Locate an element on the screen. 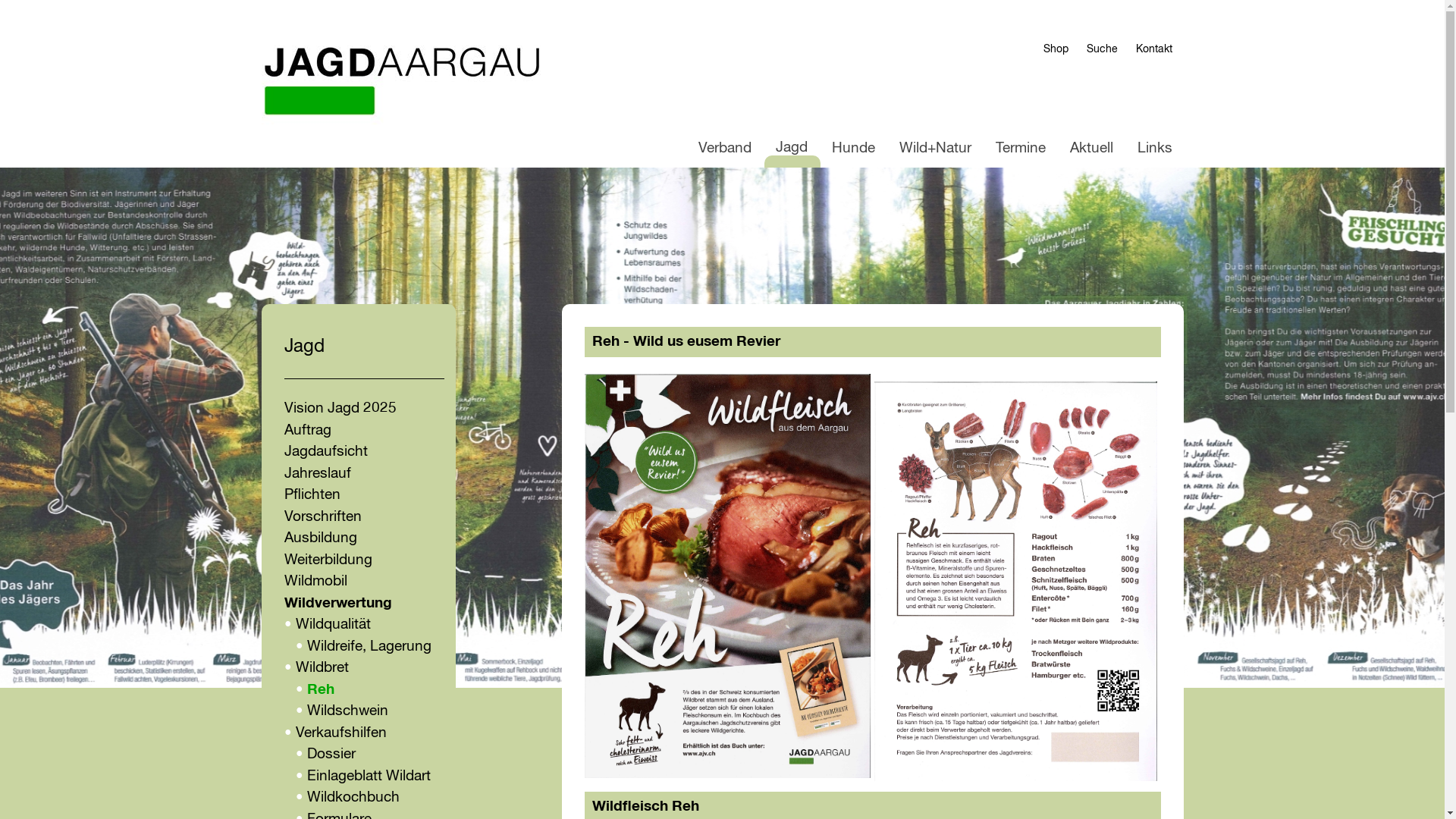 The width and height of the screenshot is (1456, 819). 'Aktuell' is located at coordinates (1090, 149).